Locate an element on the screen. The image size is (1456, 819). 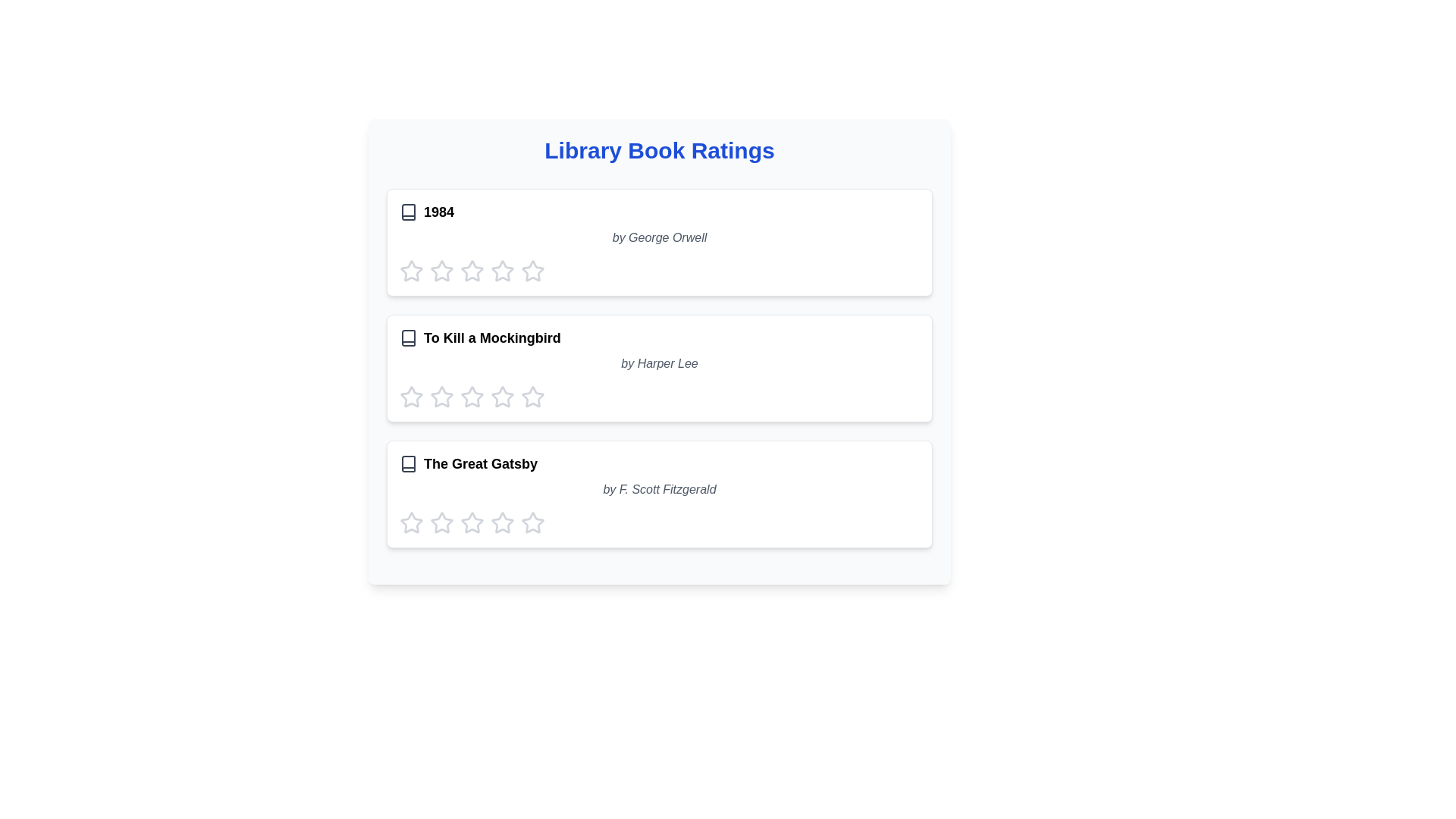
the first star icon in the rating system under the book titled 'The Great Gatsby' to rate it is located at coordinates (441, 522).